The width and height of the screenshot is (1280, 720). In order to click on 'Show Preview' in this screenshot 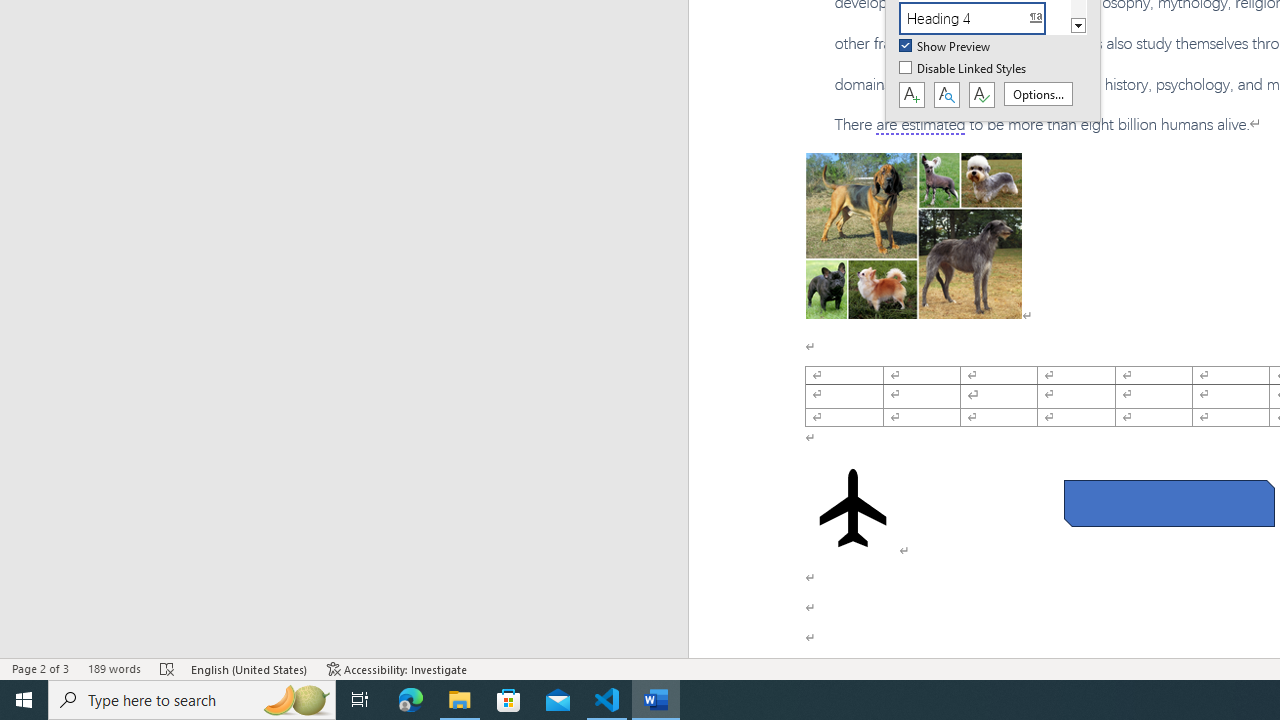, I will do `click(945, 46)`.